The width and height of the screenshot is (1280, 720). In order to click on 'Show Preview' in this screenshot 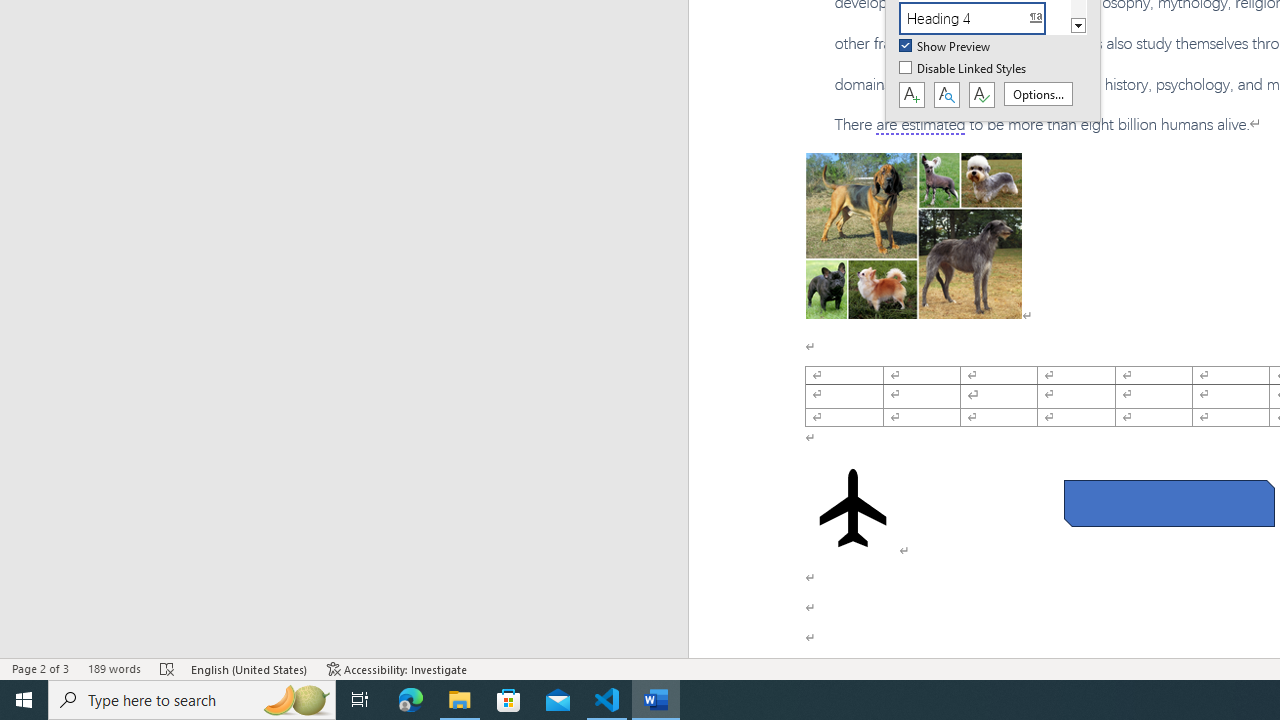, I will do `click(945, 46)`.